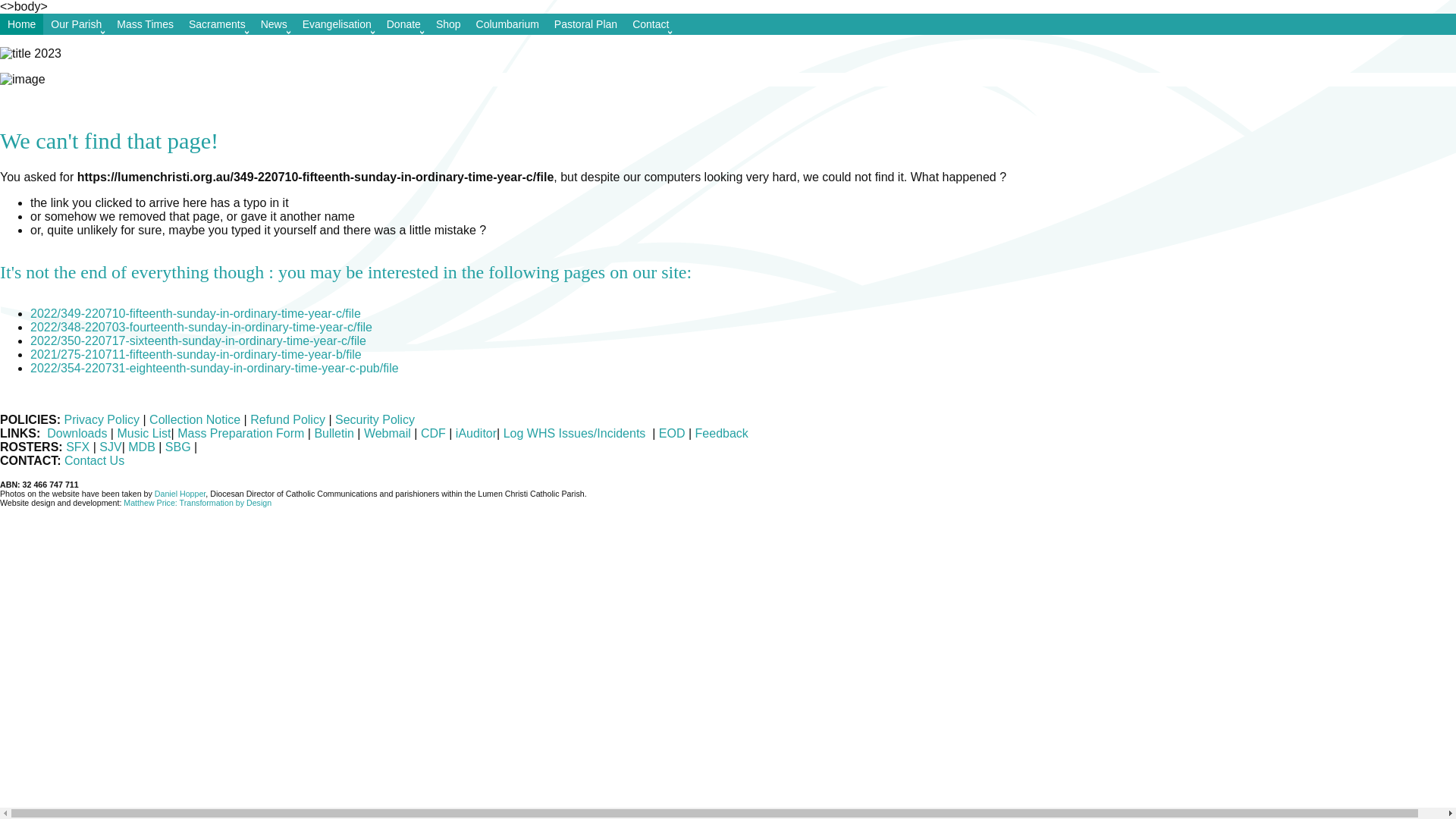  What do you see at coordinates (101, 419) in the screenshot?
I see `'Privacy Policy'` at bounding box center [101, 419].